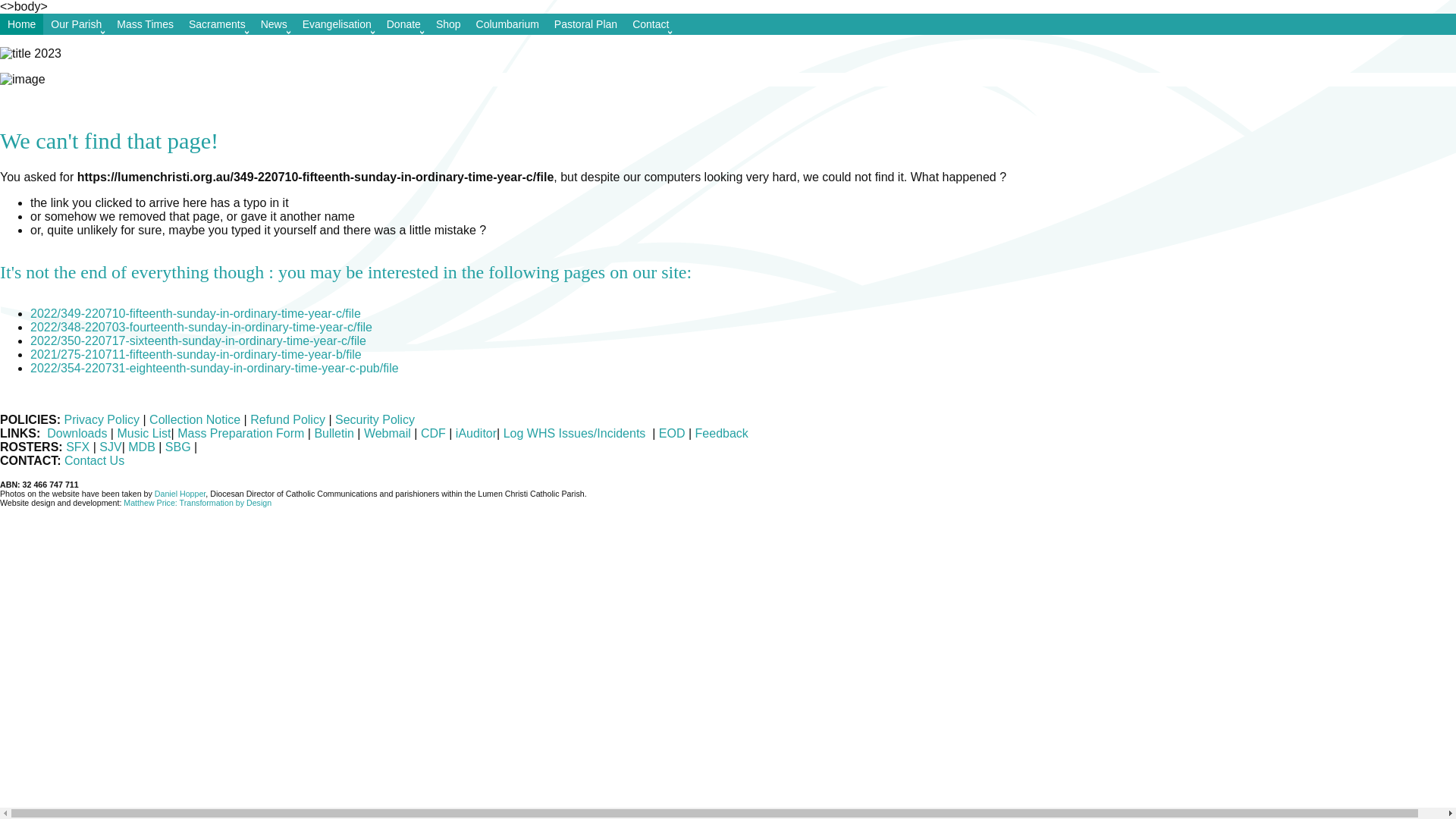  What do you see at coordinates (101, 419) in the screenshot?
I see `'Privacy Policy'` at bounding box center [101, 419].